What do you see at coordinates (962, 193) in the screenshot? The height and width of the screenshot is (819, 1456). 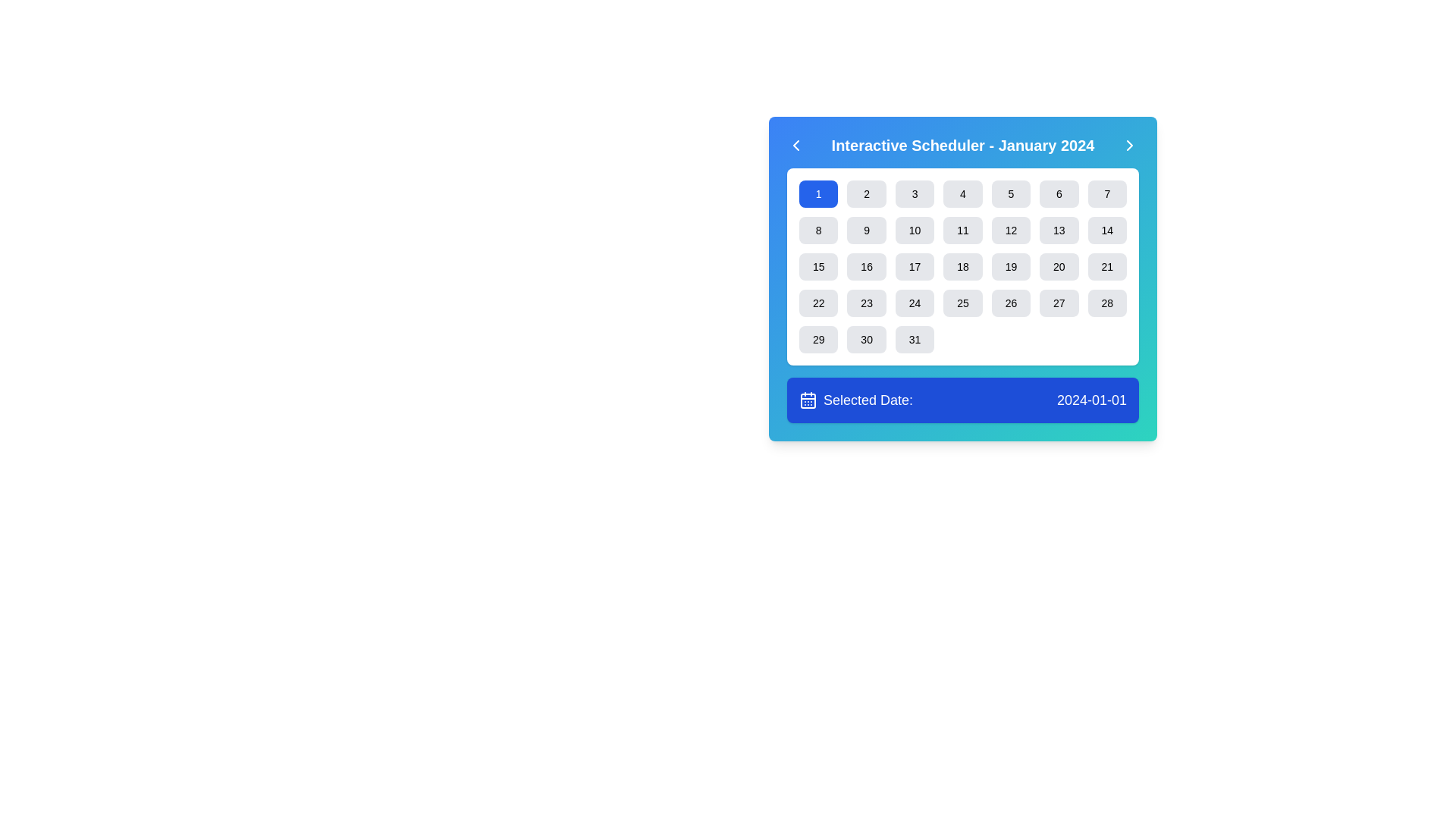 I see `the button representing day '4' in the calendar grid located in the fourth column of the first row` at bounding box center [962, 193].